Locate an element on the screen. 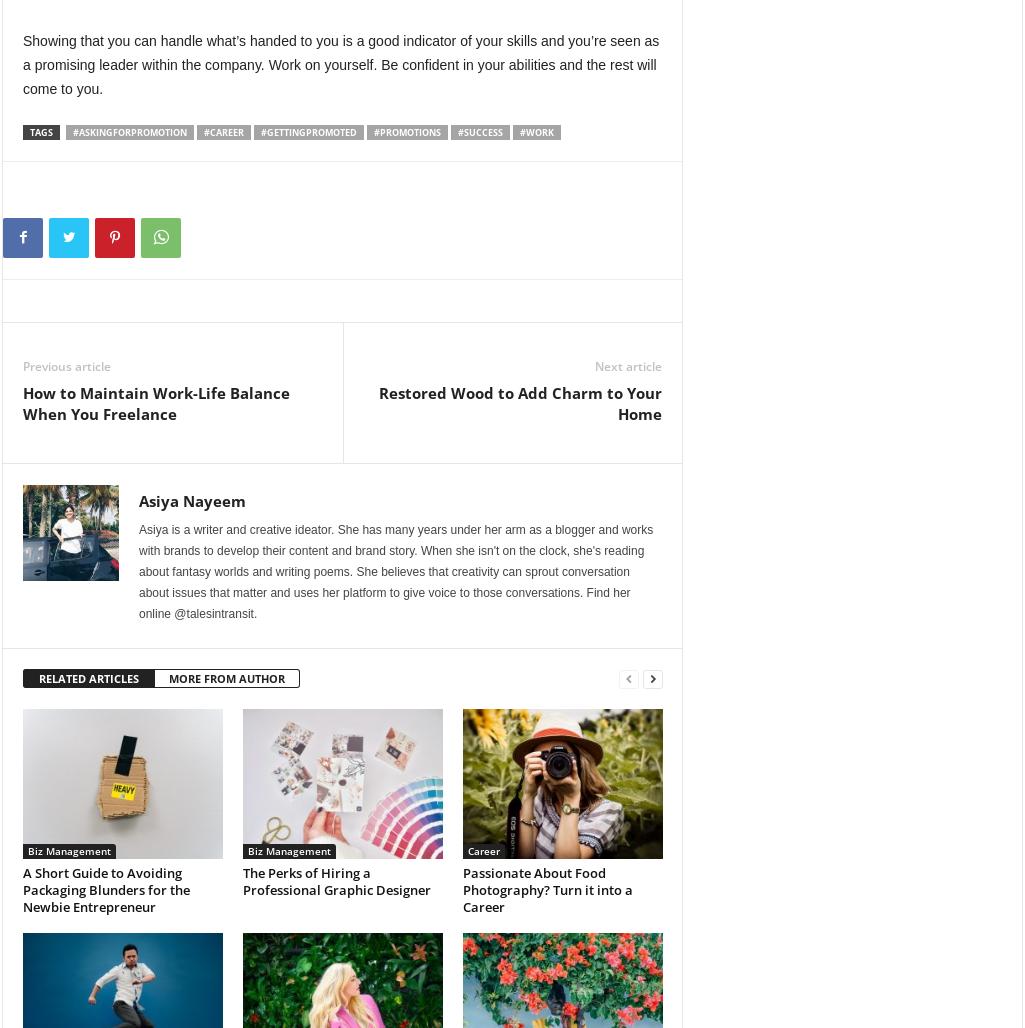 This screenshot has width=1025, height=1028. 'How to Maintain Work-Life Balance When You Freelance' is located at coordinates (155, 403).